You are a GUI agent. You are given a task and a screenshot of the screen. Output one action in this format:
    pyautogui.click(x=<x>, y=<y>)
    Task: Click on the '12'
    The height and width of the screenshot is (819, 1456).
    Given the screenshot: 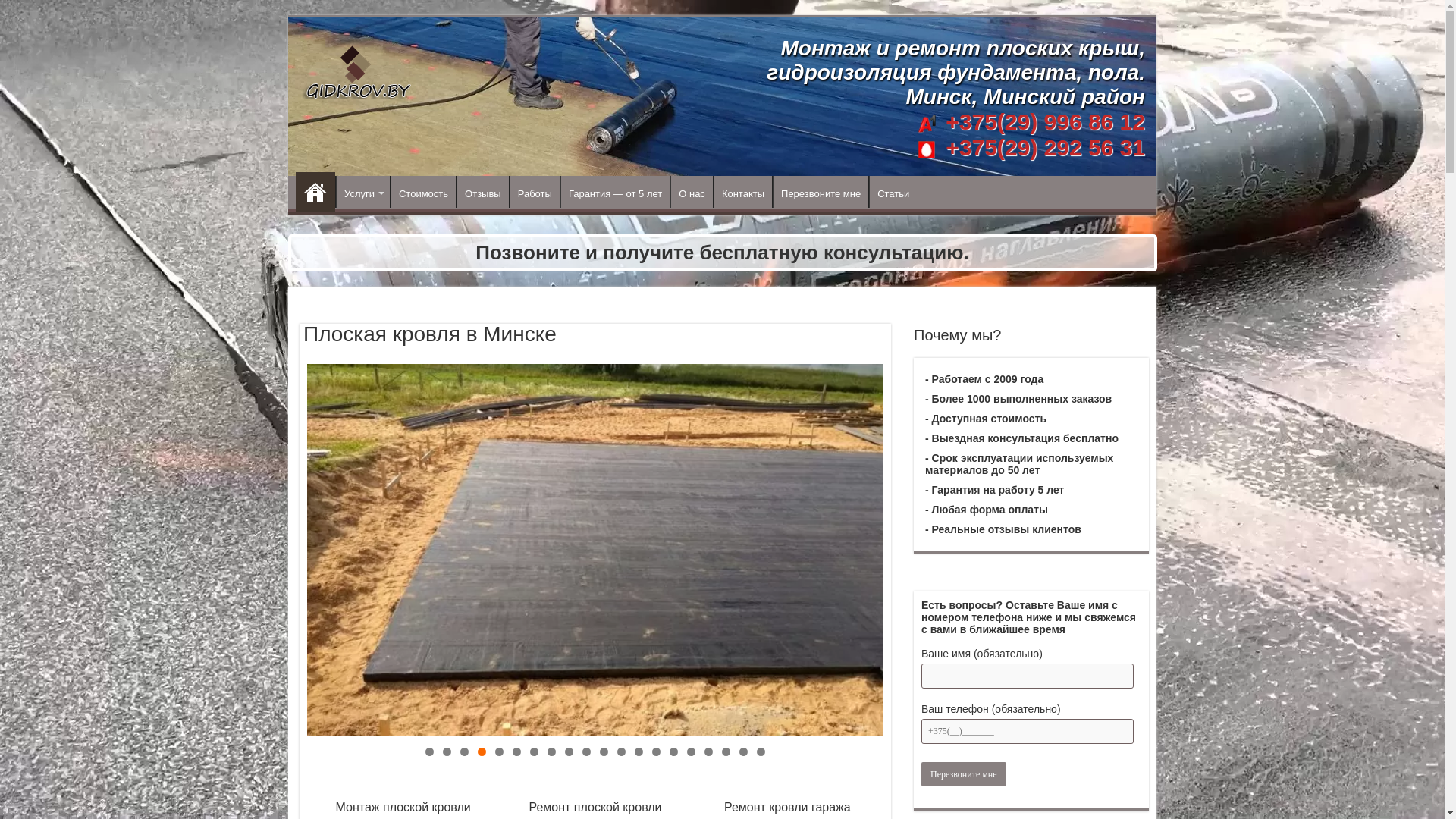 What is the action you would take?
    pyautogui.click(x=621, y=752)
    